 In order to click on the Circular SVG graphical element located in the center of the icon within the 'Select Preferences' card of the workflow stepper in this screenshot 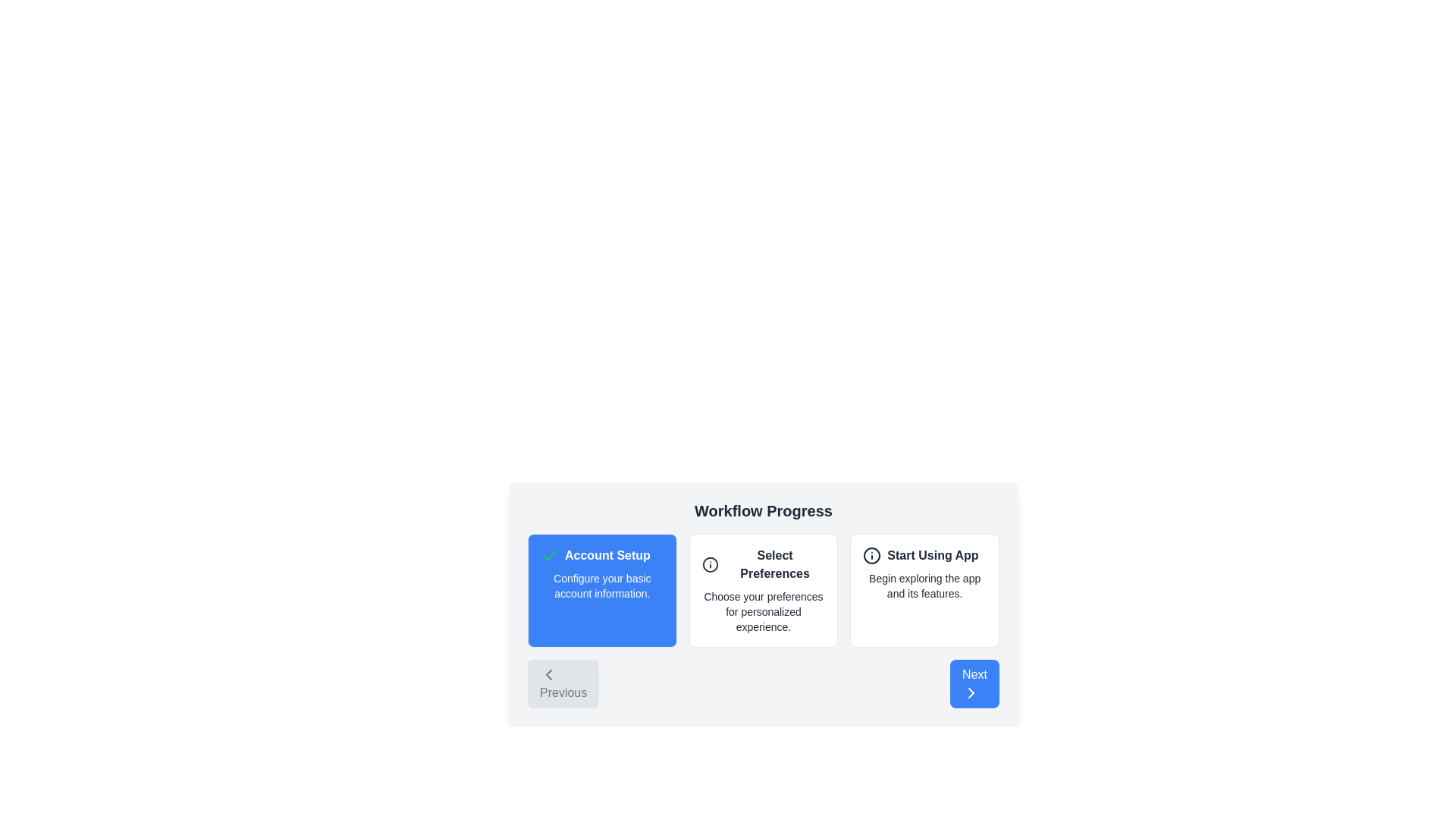, I will do `click(709, 564)`.